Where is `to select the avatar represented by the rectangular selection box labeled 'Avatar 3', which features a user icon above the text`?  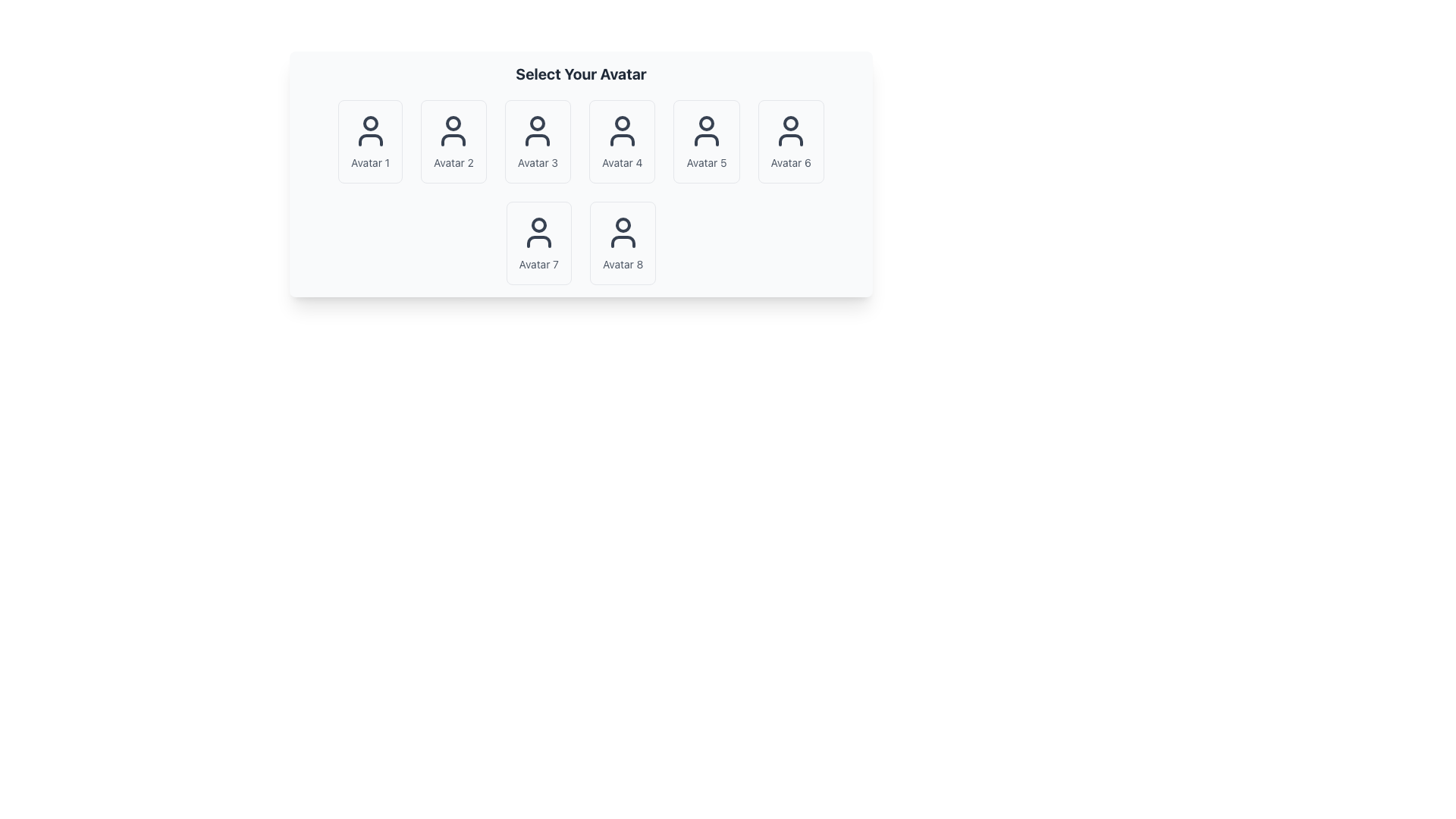
to select the avatar represented by the rectangular selection box labeled 'Avatar 3', which features a user icon above the text is located at coordinates (538, 141).